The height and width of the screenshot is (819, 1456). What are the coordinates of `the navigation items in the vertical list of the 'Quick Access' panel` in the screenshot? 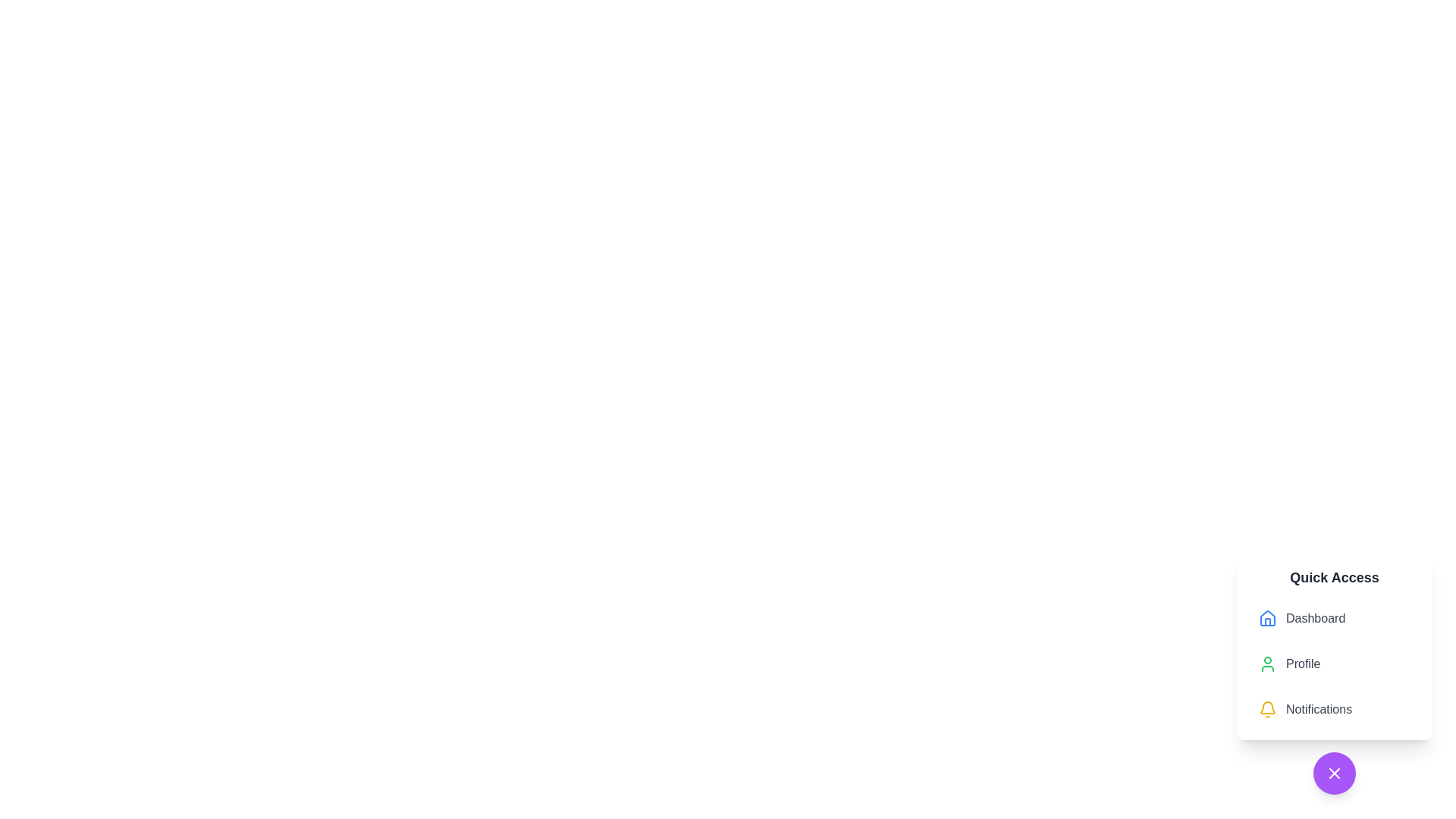 It's located at (1335, 663).